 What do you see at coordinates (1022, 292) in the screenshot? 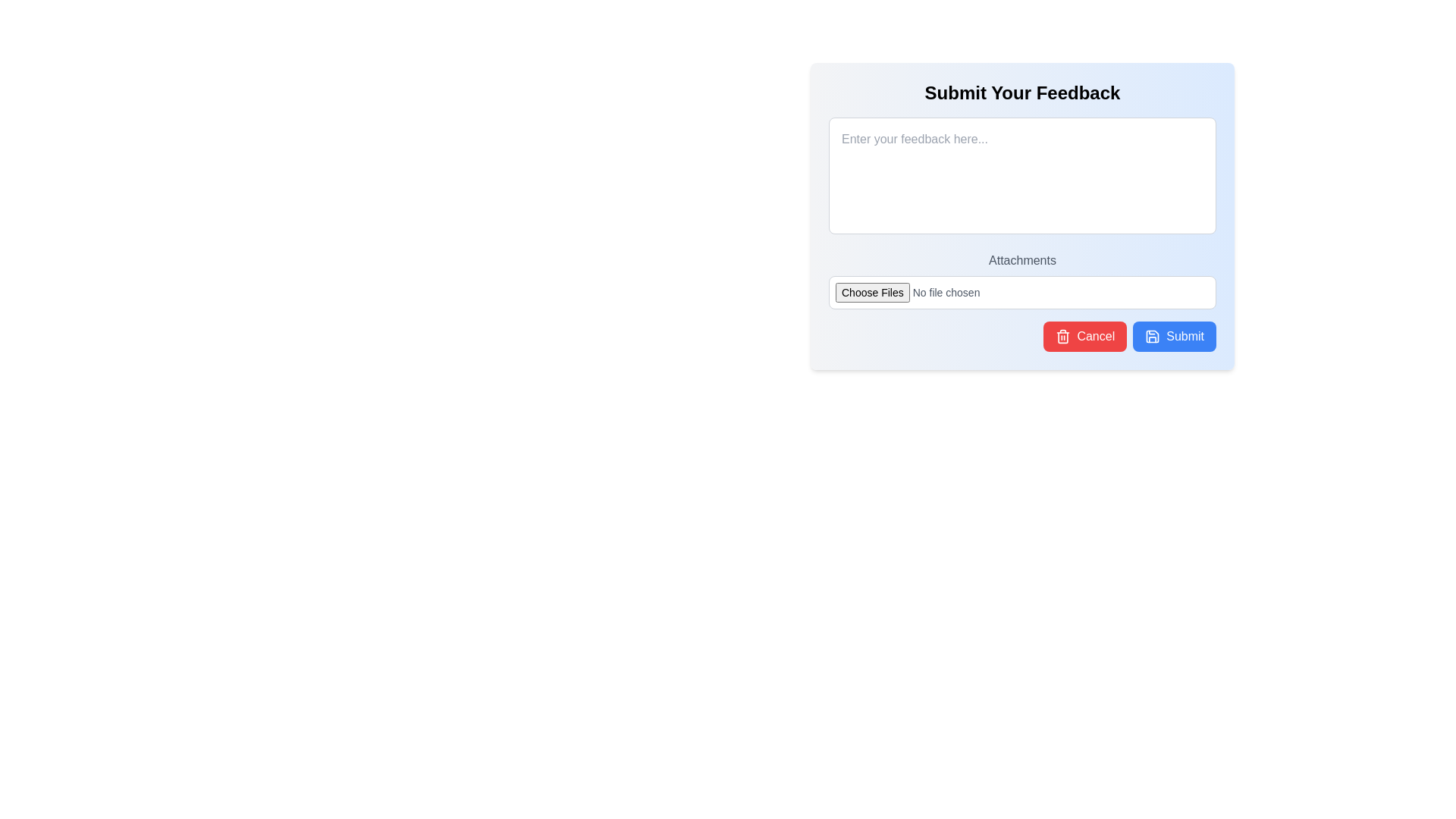
I see `and drop a file onto the file input field located under the 'Attachments' heading in the feedback submission form, which has a button labeled 'Choose Files' and a text area displaying 'No file chosen'` at bounding box center [1022, 292].